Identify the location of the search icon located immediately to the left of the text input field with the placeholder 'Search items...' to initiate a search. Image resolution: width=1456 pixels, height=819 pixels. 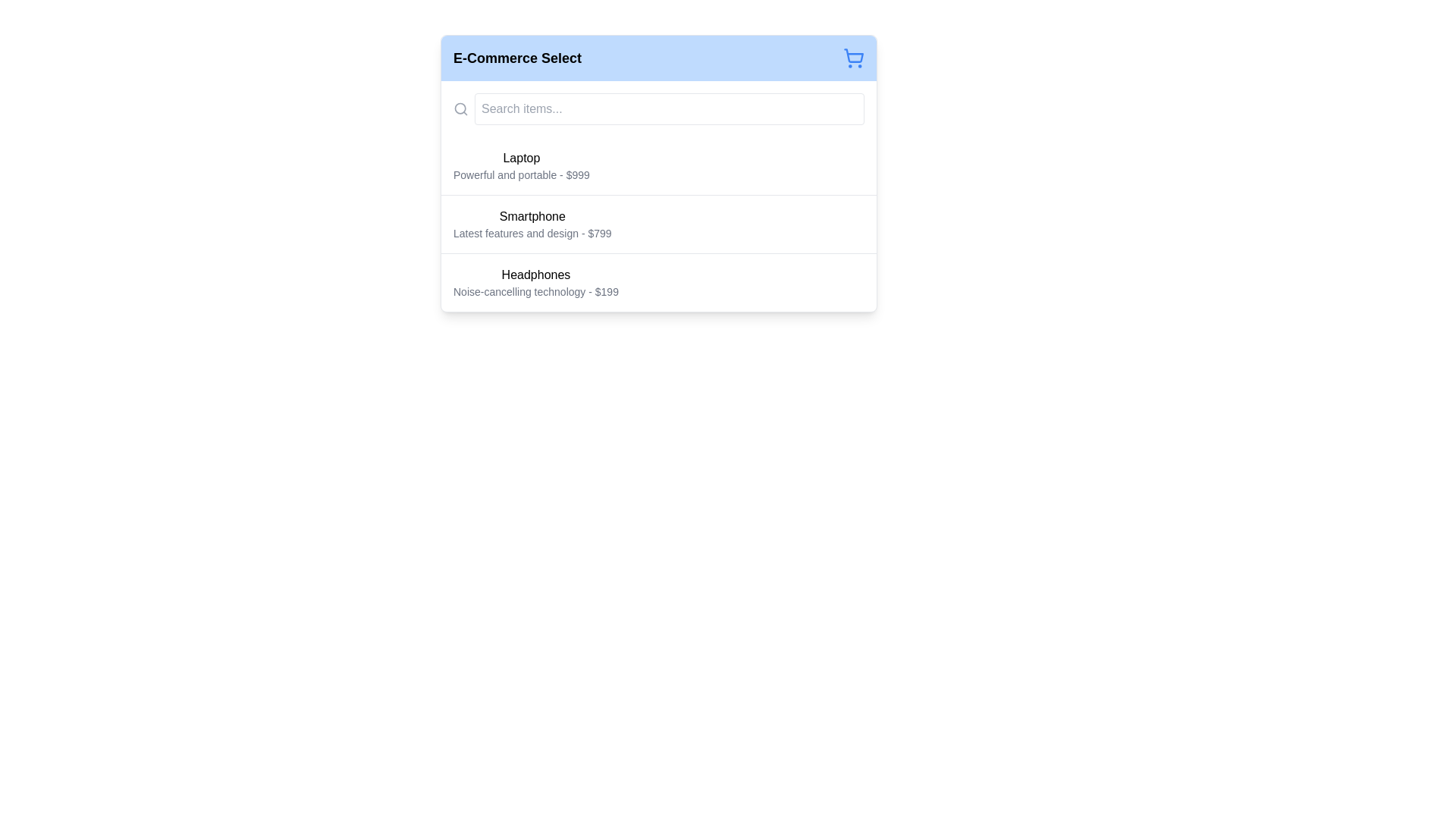
(460, 108).